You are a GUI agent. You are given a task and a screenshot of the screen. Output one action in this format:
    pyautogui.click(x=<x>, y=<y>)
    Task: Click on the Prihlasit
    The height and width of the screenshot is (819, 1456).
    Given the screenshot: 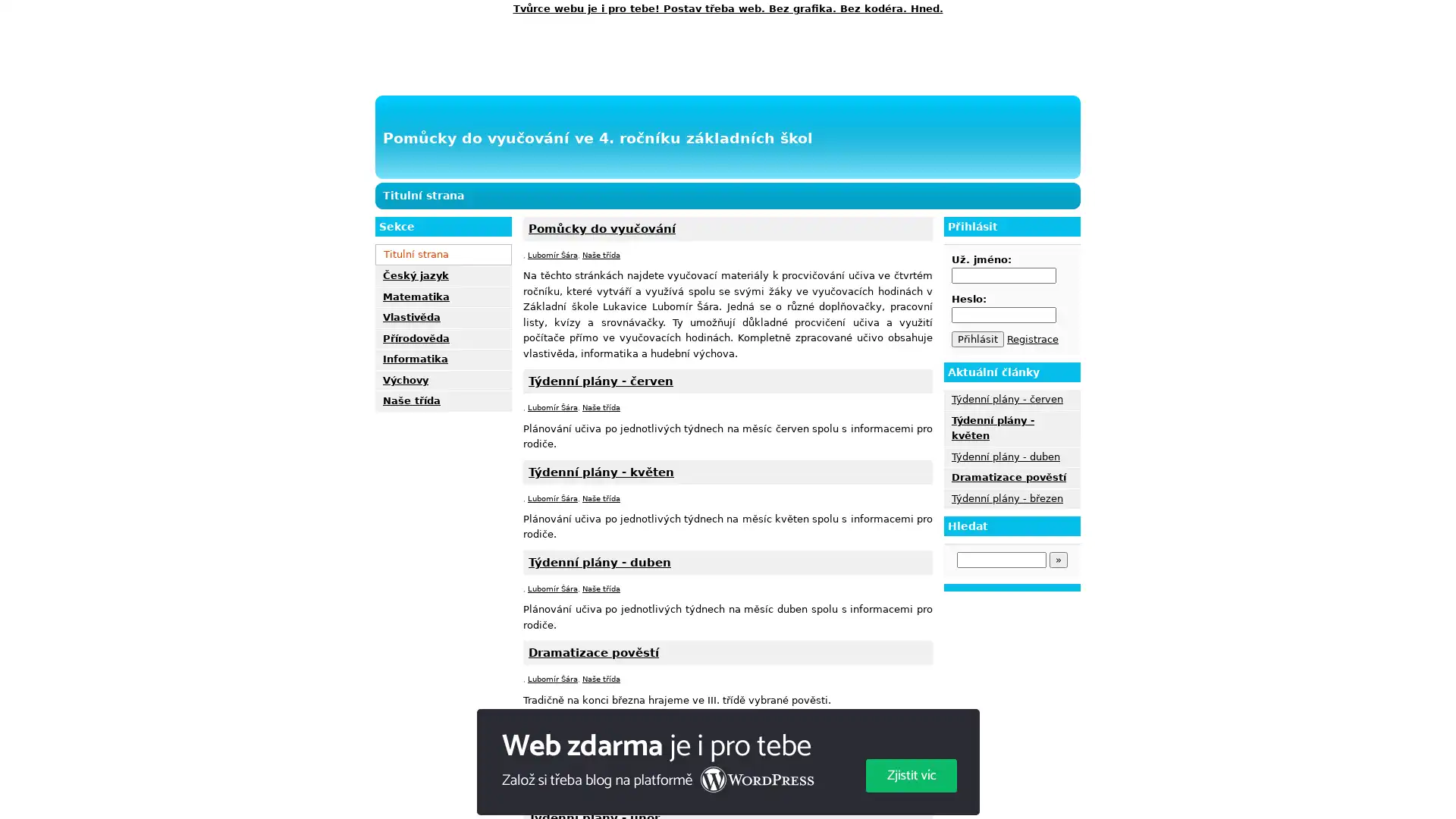 What is the action you would take?
    pyautogui.click(x=977, y=337)
    